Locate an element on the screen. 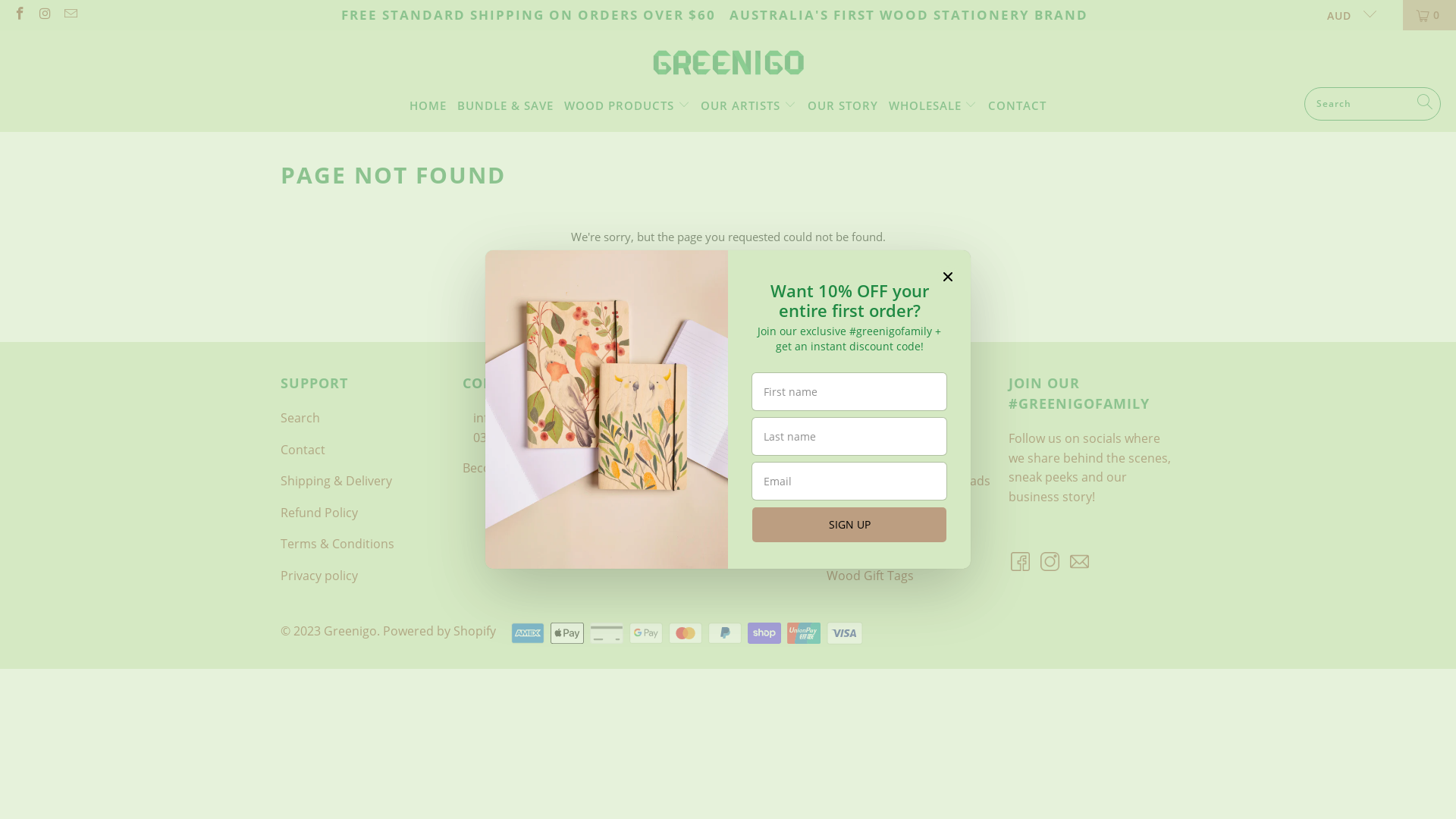 Image resolution: width=1456 pixels, height=819 pixels. 'HOME' is located at coordinates (427, 104).